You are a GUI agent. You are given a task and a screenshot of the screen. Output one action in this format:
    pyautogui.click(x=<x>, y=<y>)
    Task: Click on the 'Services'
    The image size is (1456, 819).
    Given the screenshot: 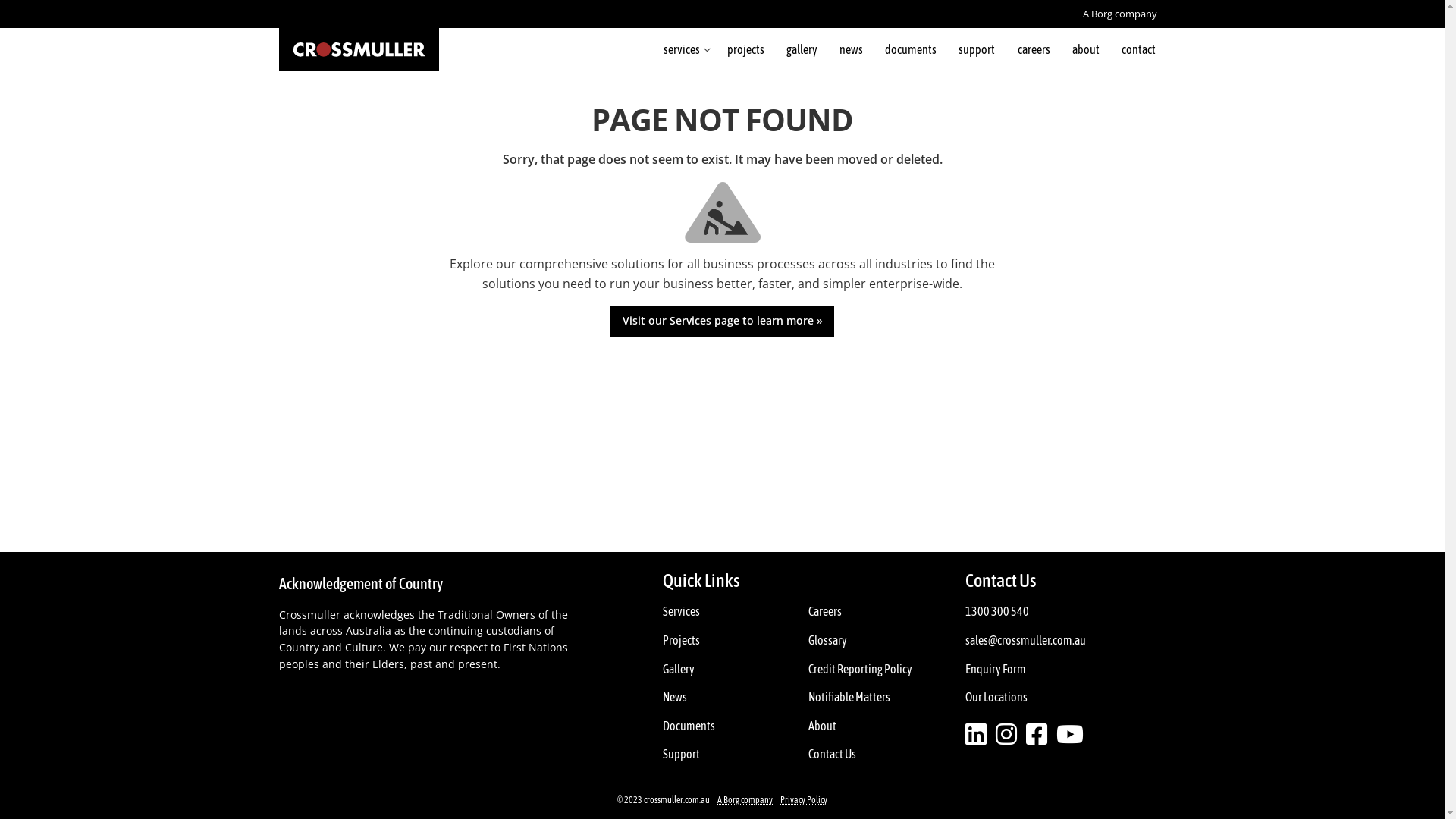 What is the action you would take?
    pyautogui.click(x=680, y=610)
    